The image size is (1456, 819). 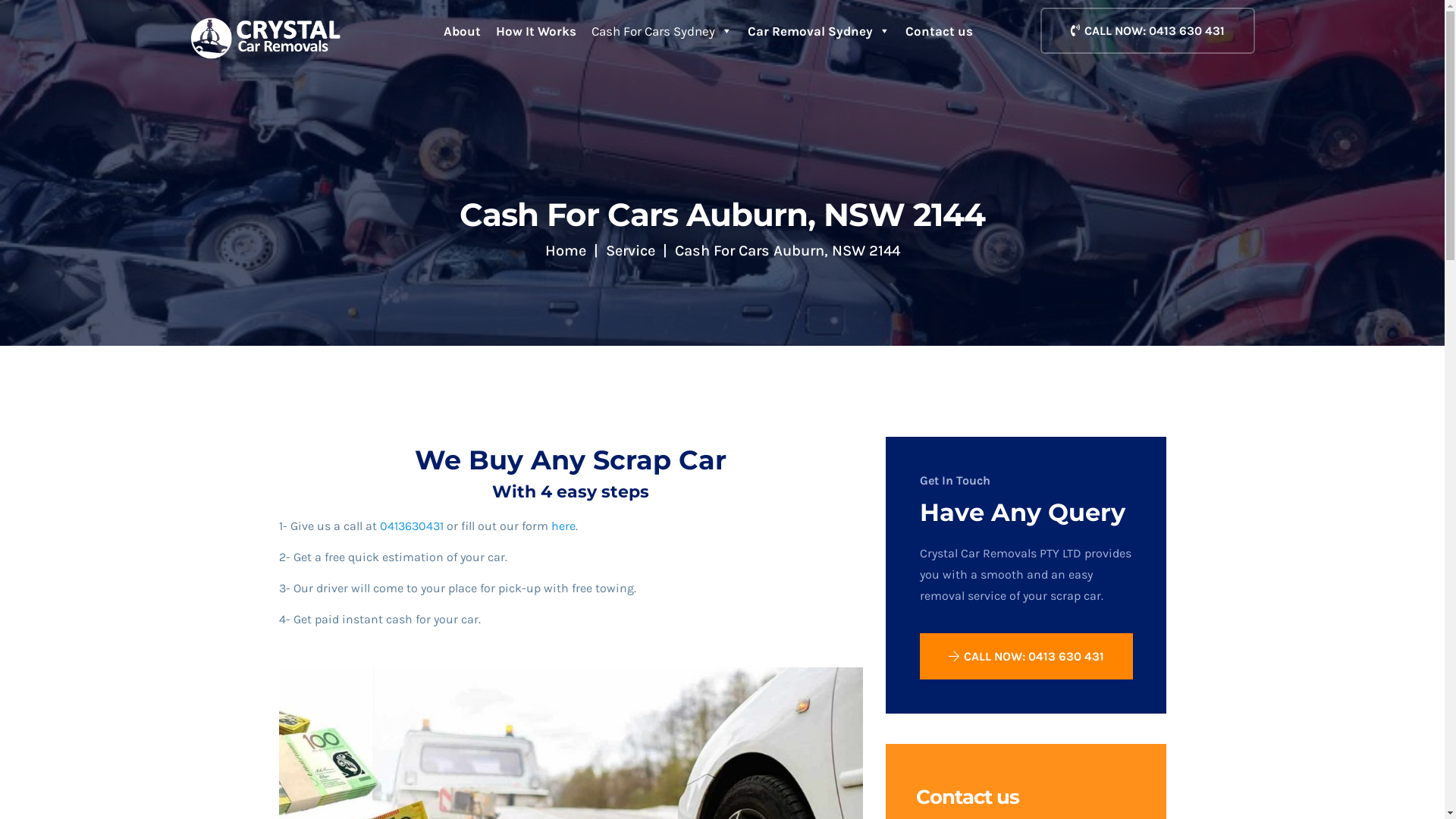 I want to click on '0413630431', so click(x=411, y=525).